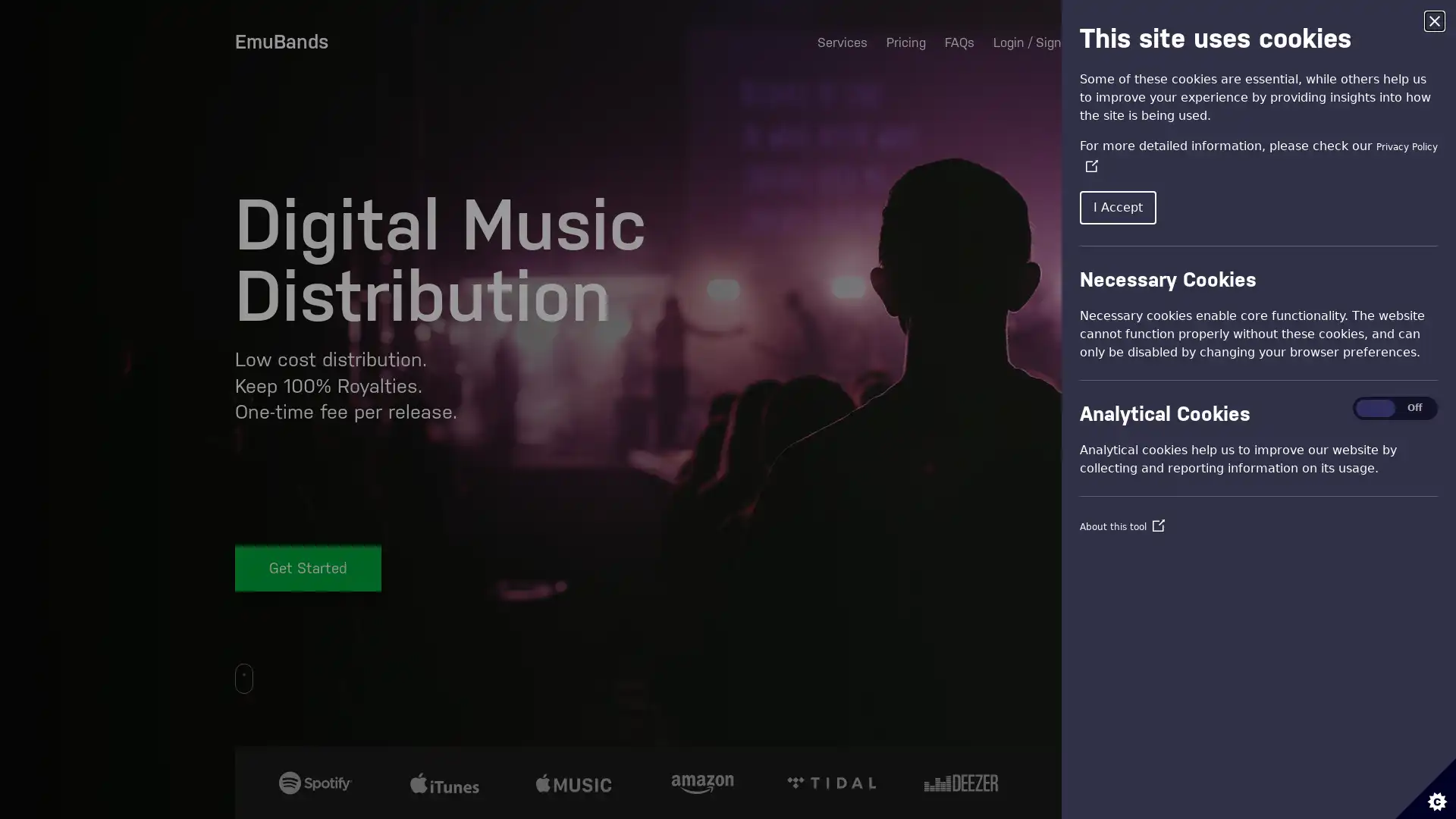  Describe the element at coordinates (1433, 20) in the screenshot. I see `Close` at that location.